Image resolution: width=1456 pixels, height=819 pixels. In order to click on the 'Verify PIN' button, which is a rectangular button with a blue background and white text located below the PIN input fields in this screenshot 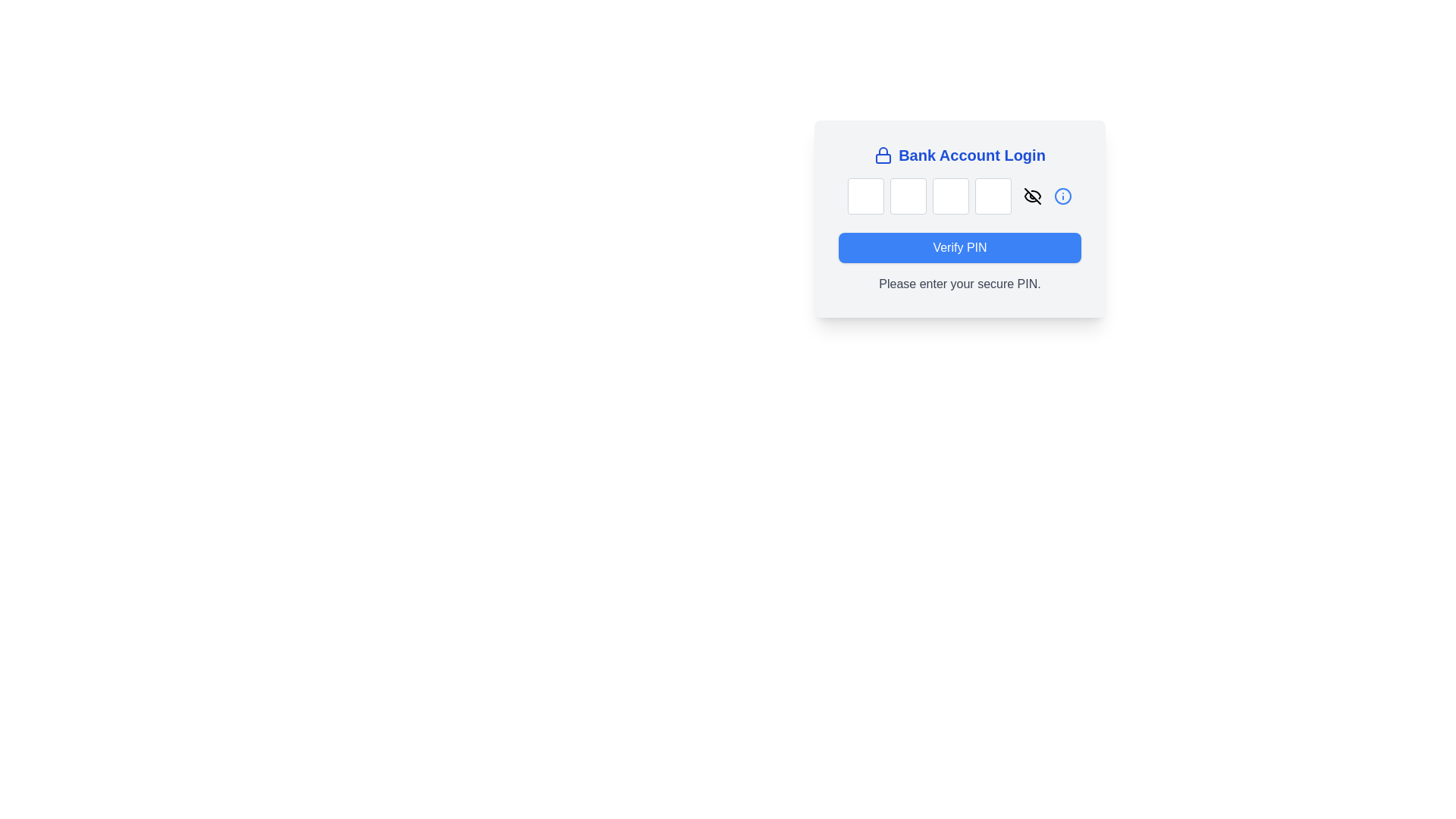, I will do `click(959, 247)`.